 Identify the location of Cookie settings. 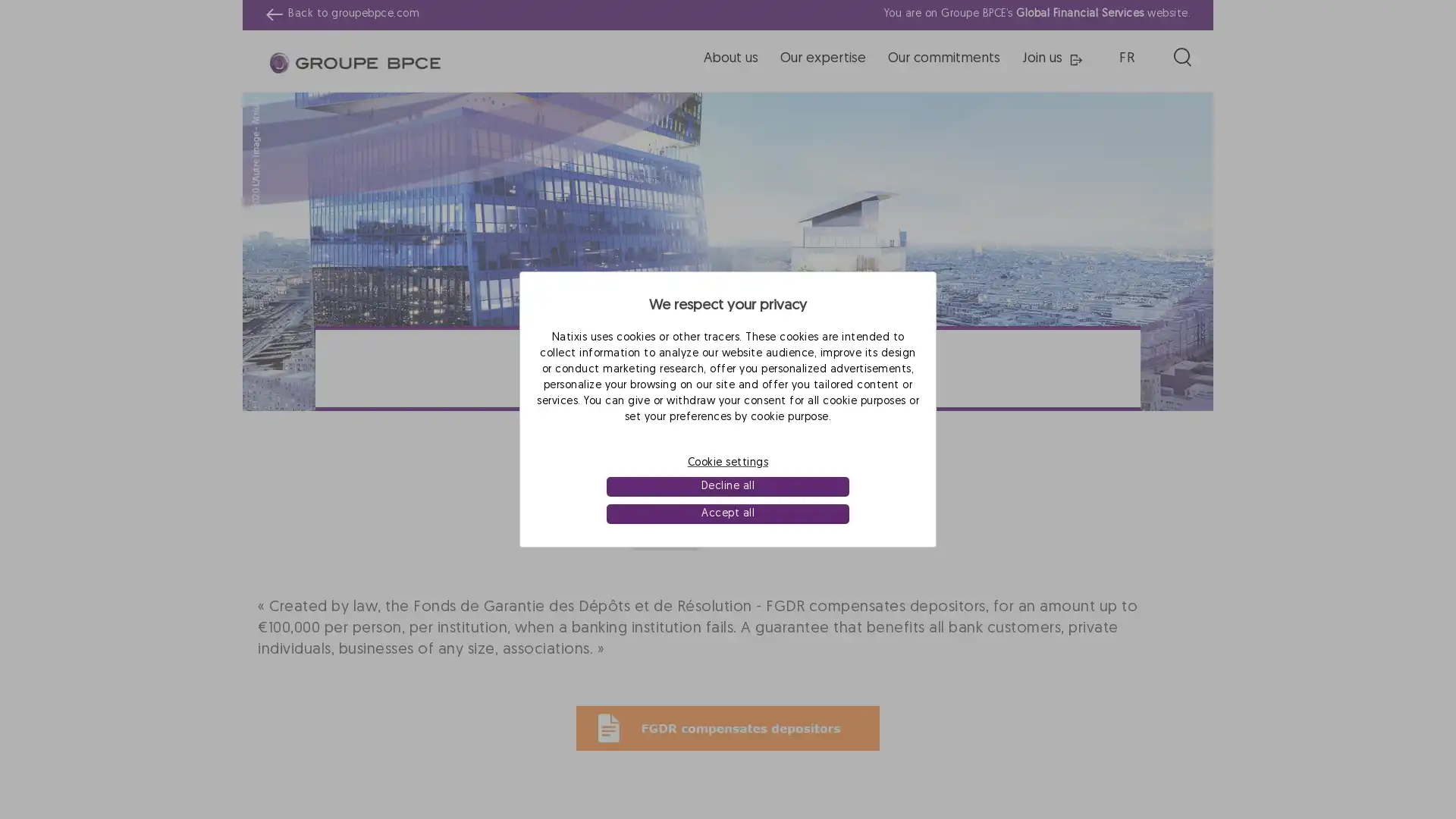
(728, 461).